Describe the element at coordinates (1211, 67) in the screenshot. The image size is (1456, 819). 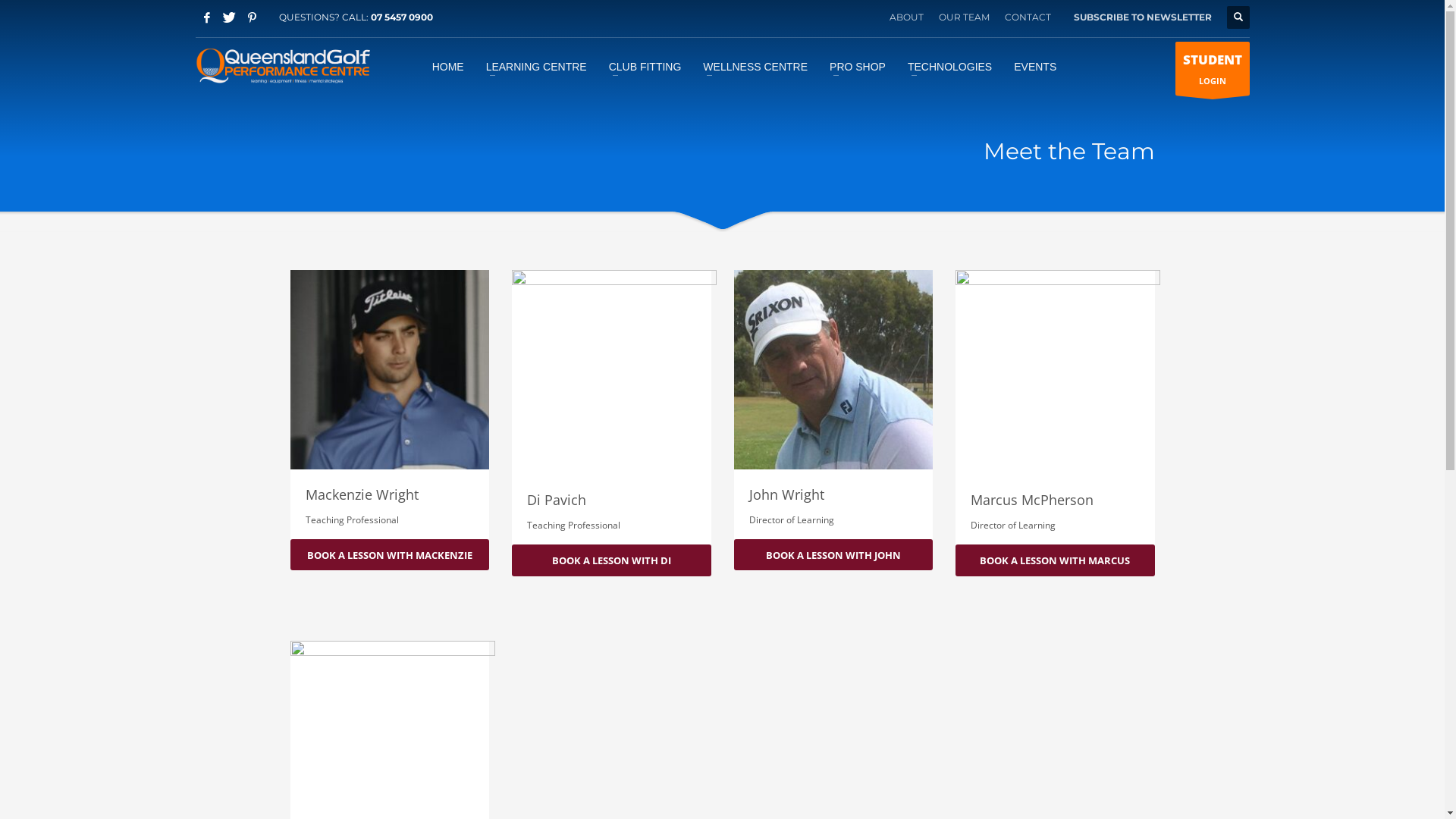
I see `'STUDENT` at that location.